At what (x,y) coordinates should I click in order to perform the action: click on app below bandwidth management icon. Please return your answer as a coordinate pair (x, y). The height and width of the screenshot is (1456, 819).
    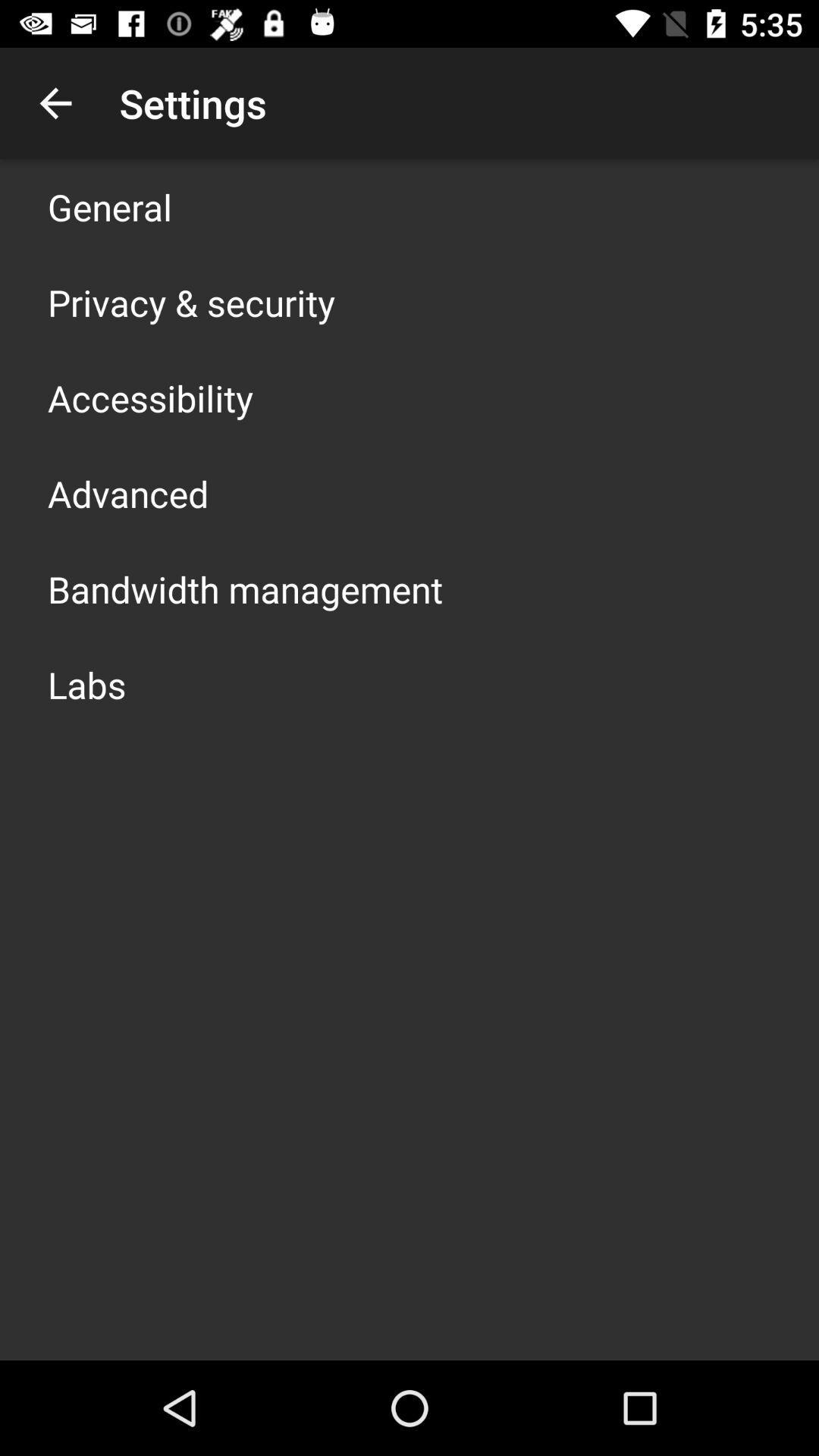
    Looking at the image, I should click on (86, 683).